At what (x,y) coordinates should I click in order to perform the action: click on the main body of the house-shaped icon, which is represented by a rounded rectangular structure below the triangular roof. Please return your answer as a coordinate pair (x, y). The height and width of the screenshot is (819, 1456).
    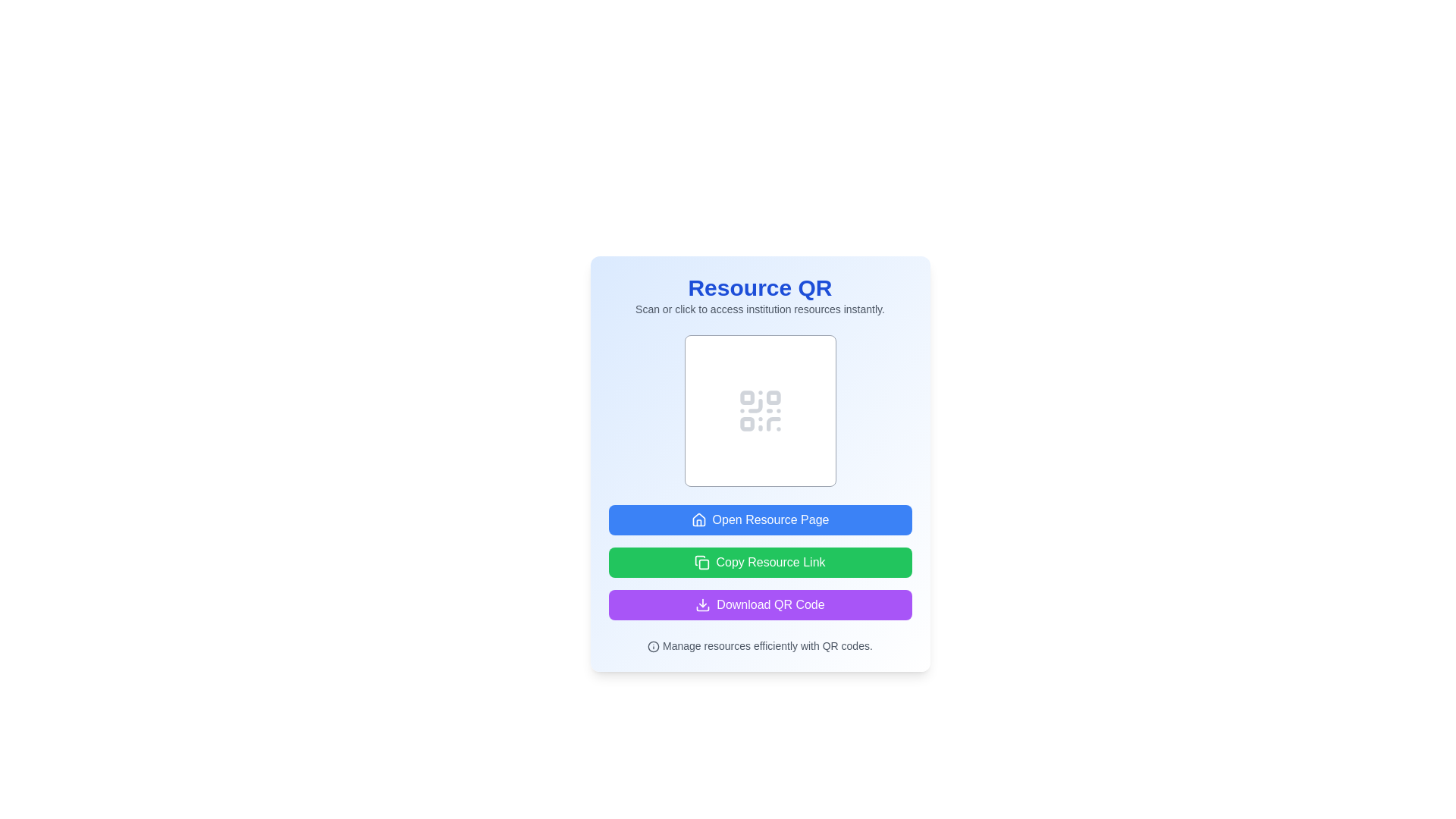
    Looking at the image, I should click on (698, 519).